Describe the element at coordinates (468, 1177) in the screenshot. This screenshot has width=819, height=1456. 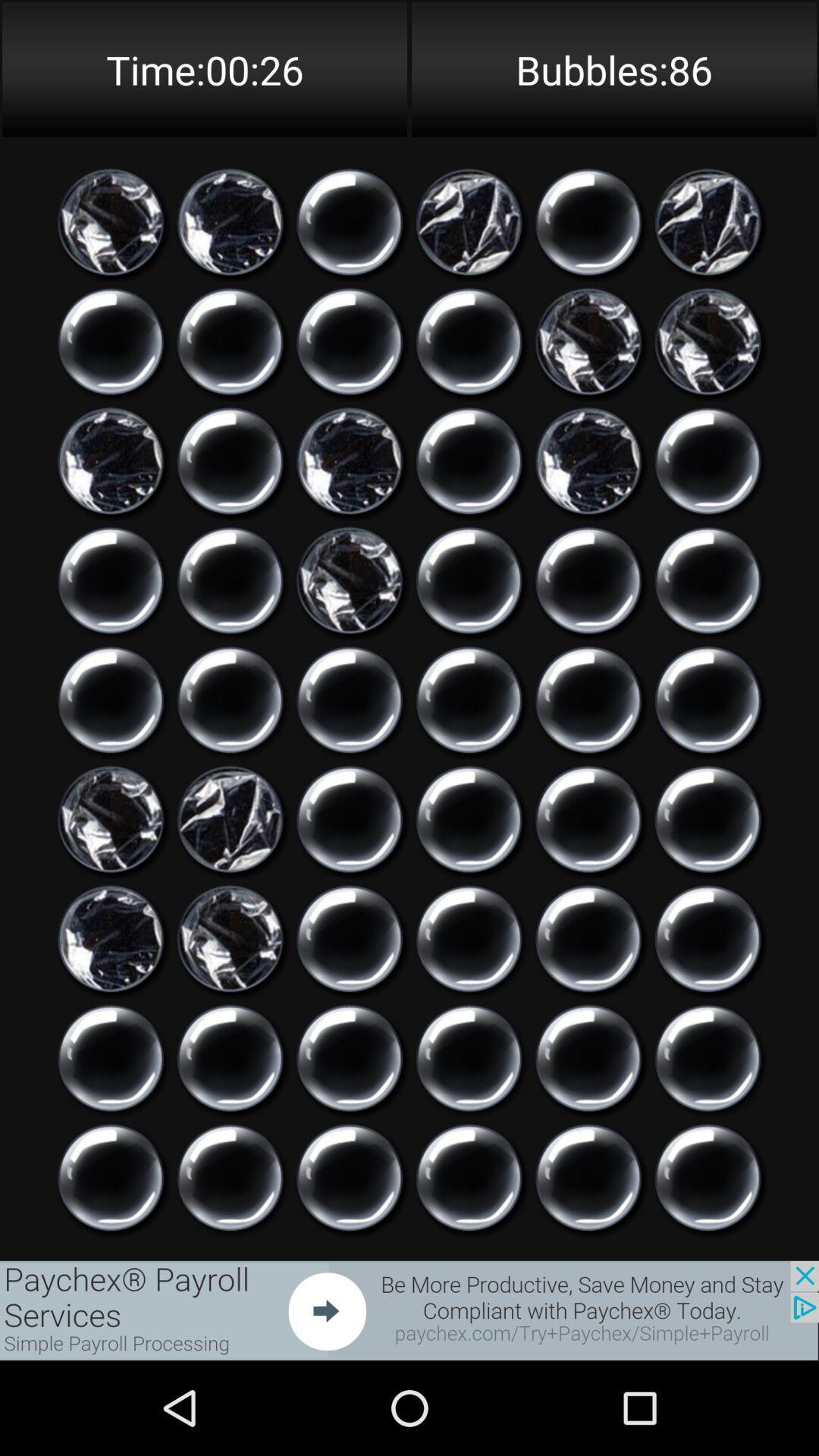
I see `pop bubble` at that location.